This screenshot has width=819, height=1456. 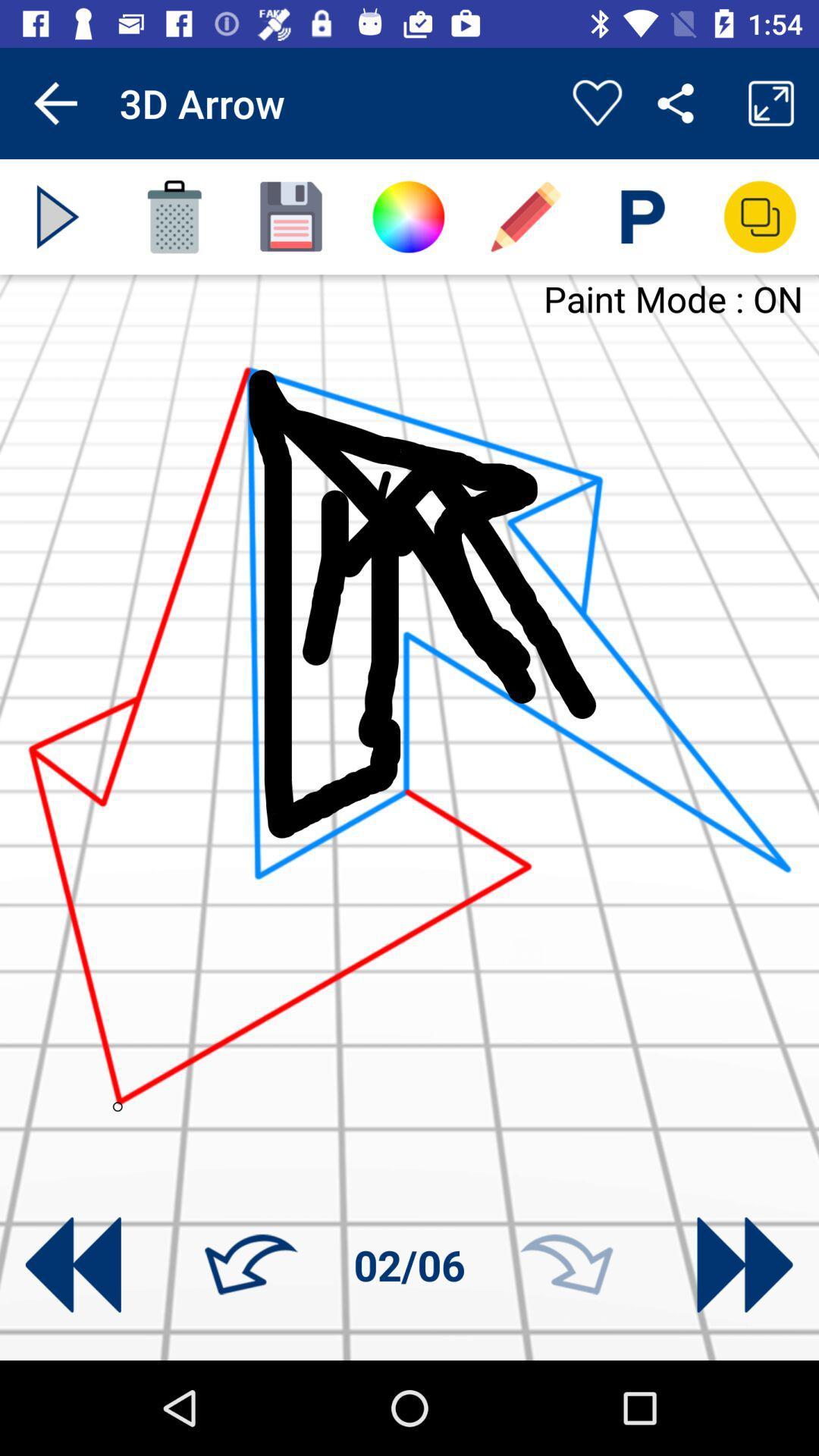 I want to click on like button, so click(x=596, y=102).